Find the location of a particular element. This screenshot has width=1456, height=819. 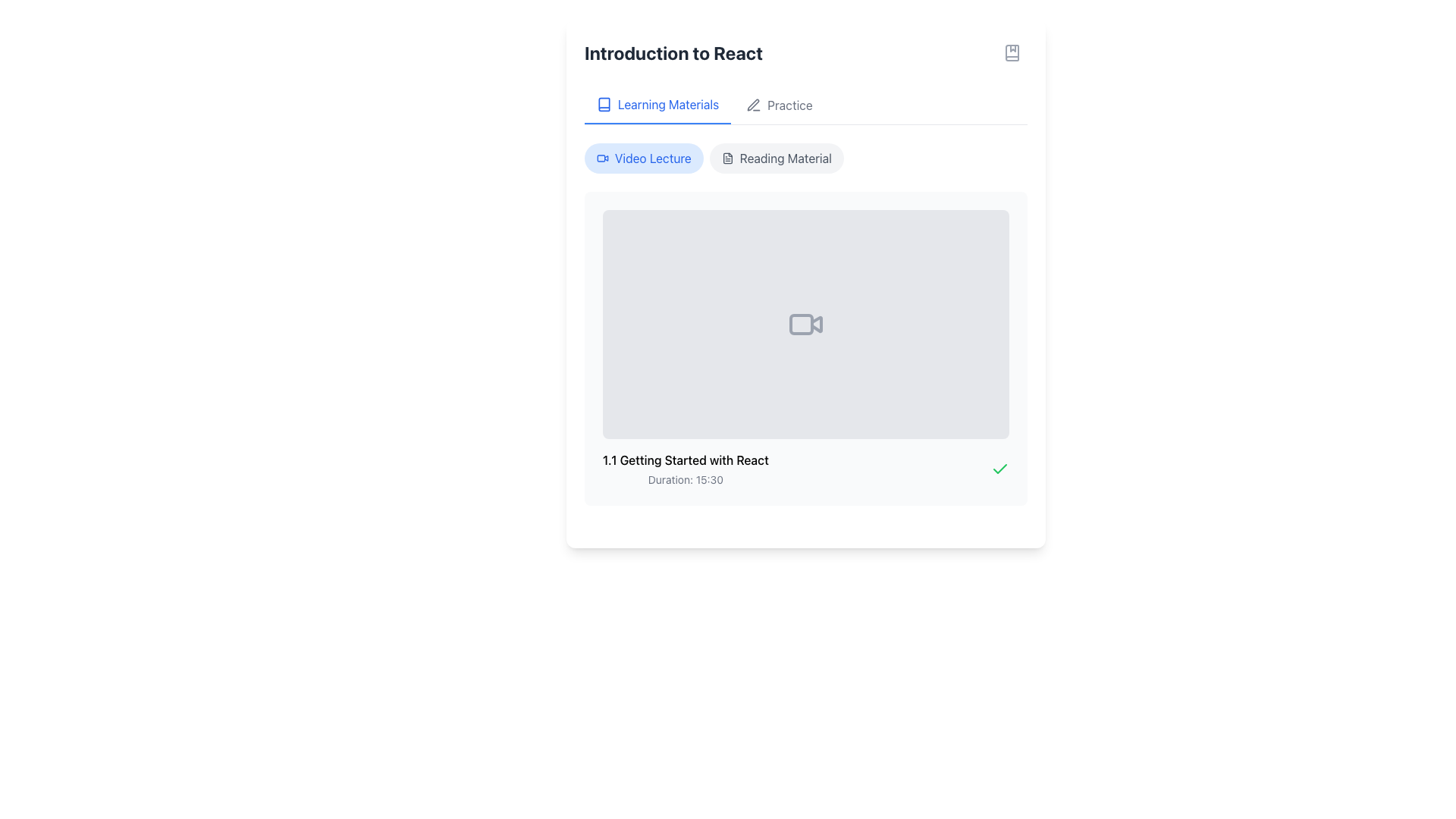

the SVG-based video camera icon, which is centrally located within a gray rectangle and represents an inactive or disabled state is located at coordinates (805, 323).